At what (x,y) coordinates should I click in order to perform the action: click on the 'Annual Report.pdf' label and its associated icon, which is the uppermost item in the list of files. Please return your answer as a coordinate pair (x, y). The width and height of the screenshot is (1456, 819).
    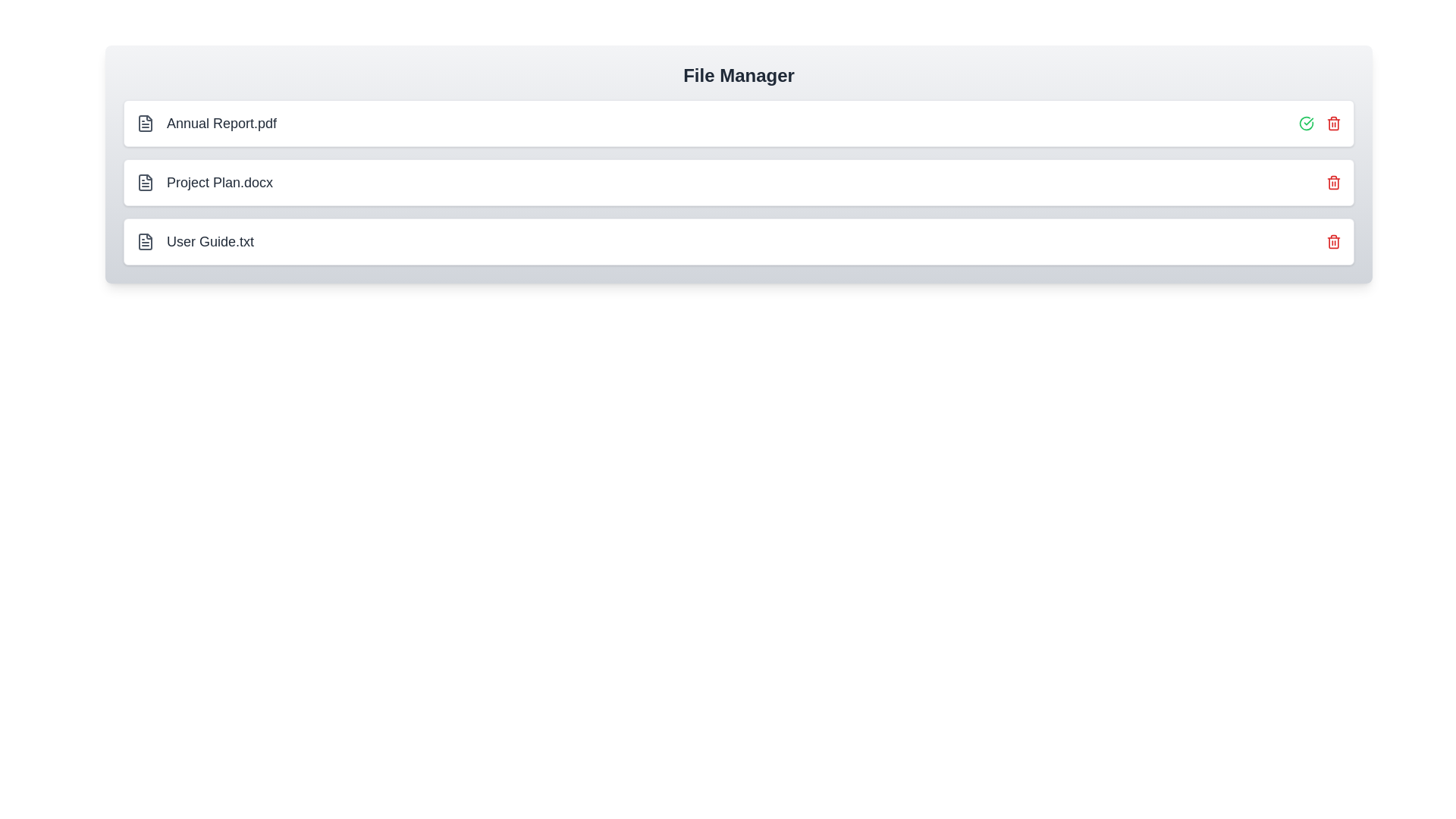
    Looking at the image, I should click on (206, 122).